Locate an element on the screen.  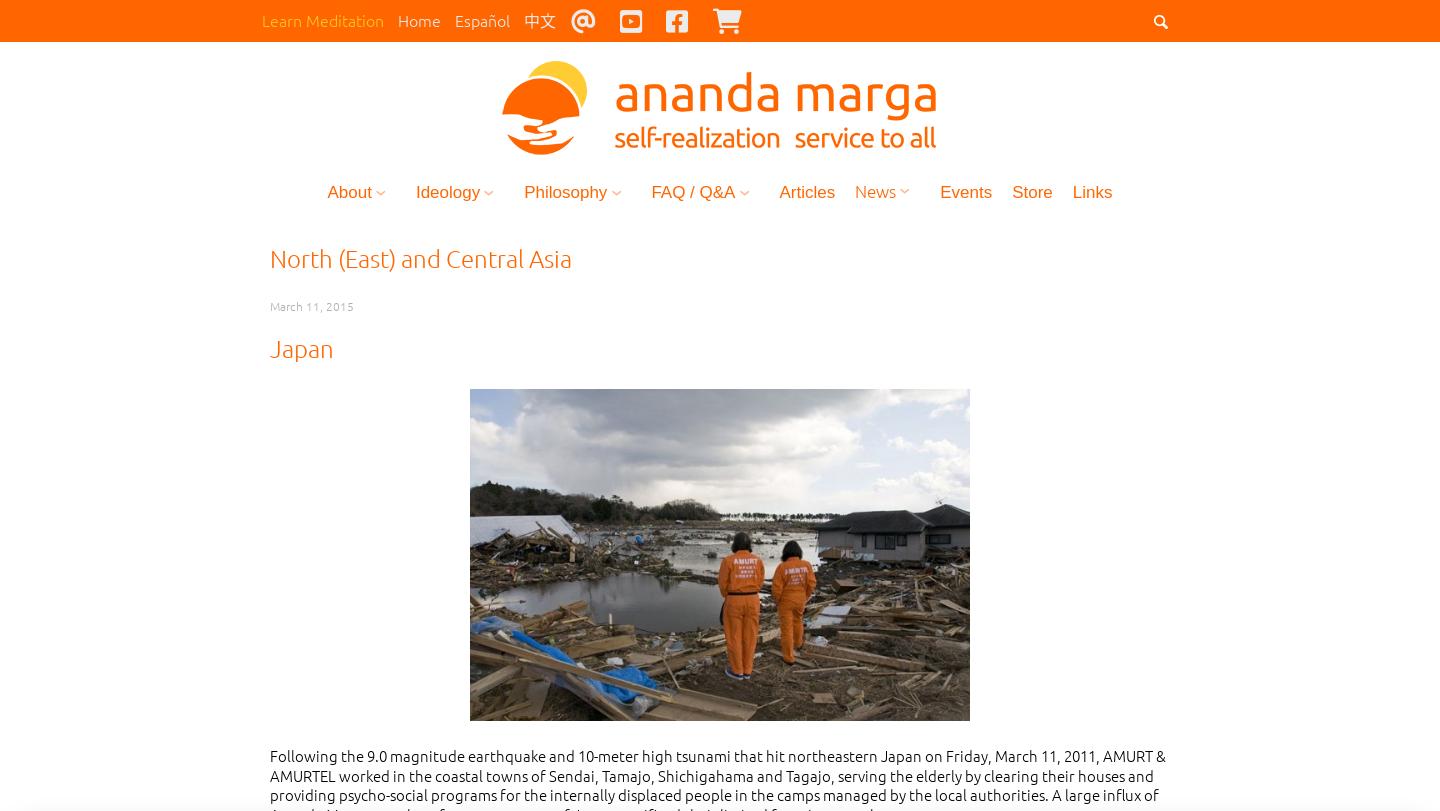
'Spiritual Ecovillages' is located at coordinates (611, 489).